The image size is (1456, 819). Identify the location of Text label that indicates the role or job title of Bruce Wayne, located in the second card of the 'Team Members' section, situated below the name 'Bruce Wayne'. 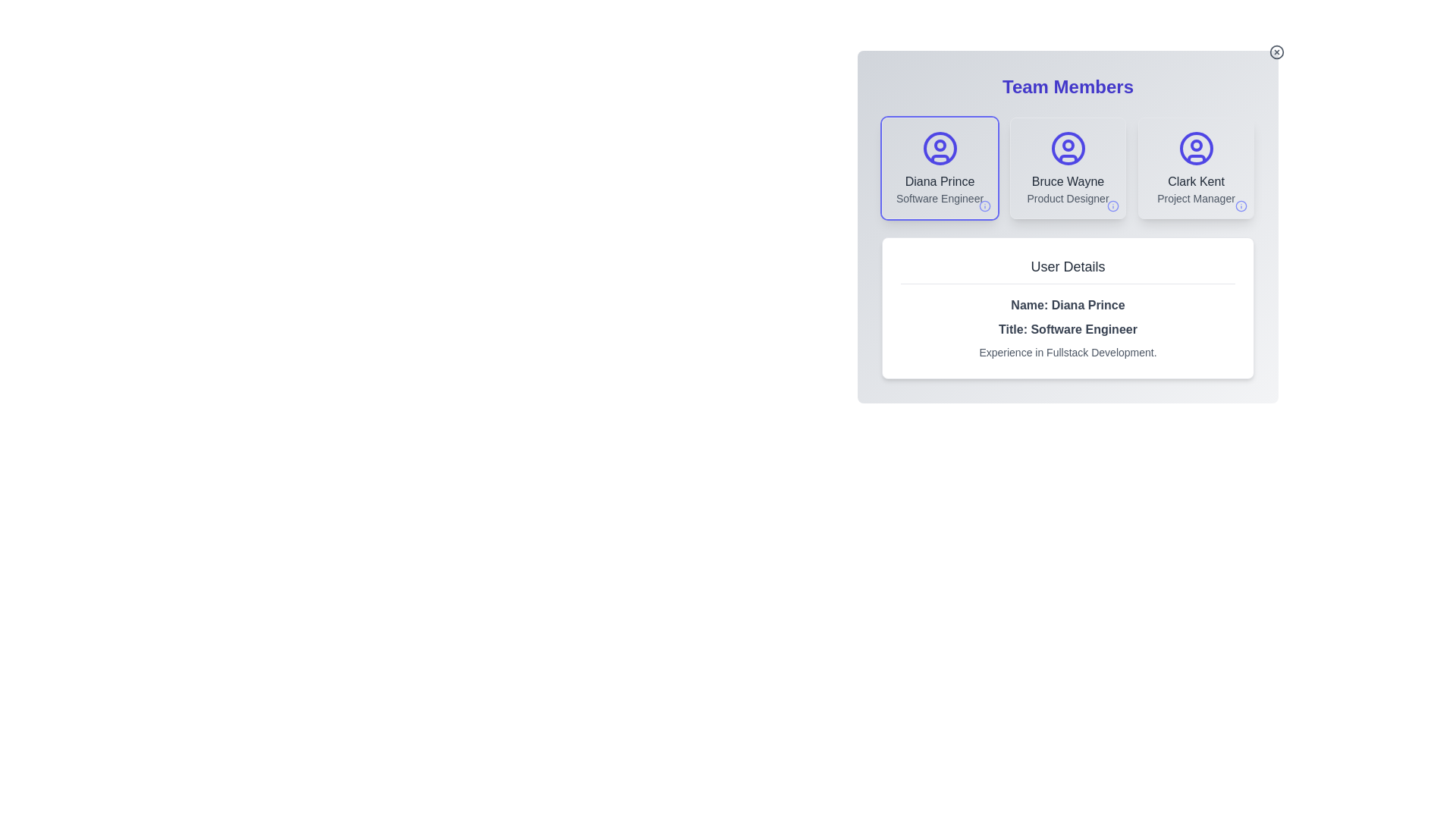
(1067, 198).